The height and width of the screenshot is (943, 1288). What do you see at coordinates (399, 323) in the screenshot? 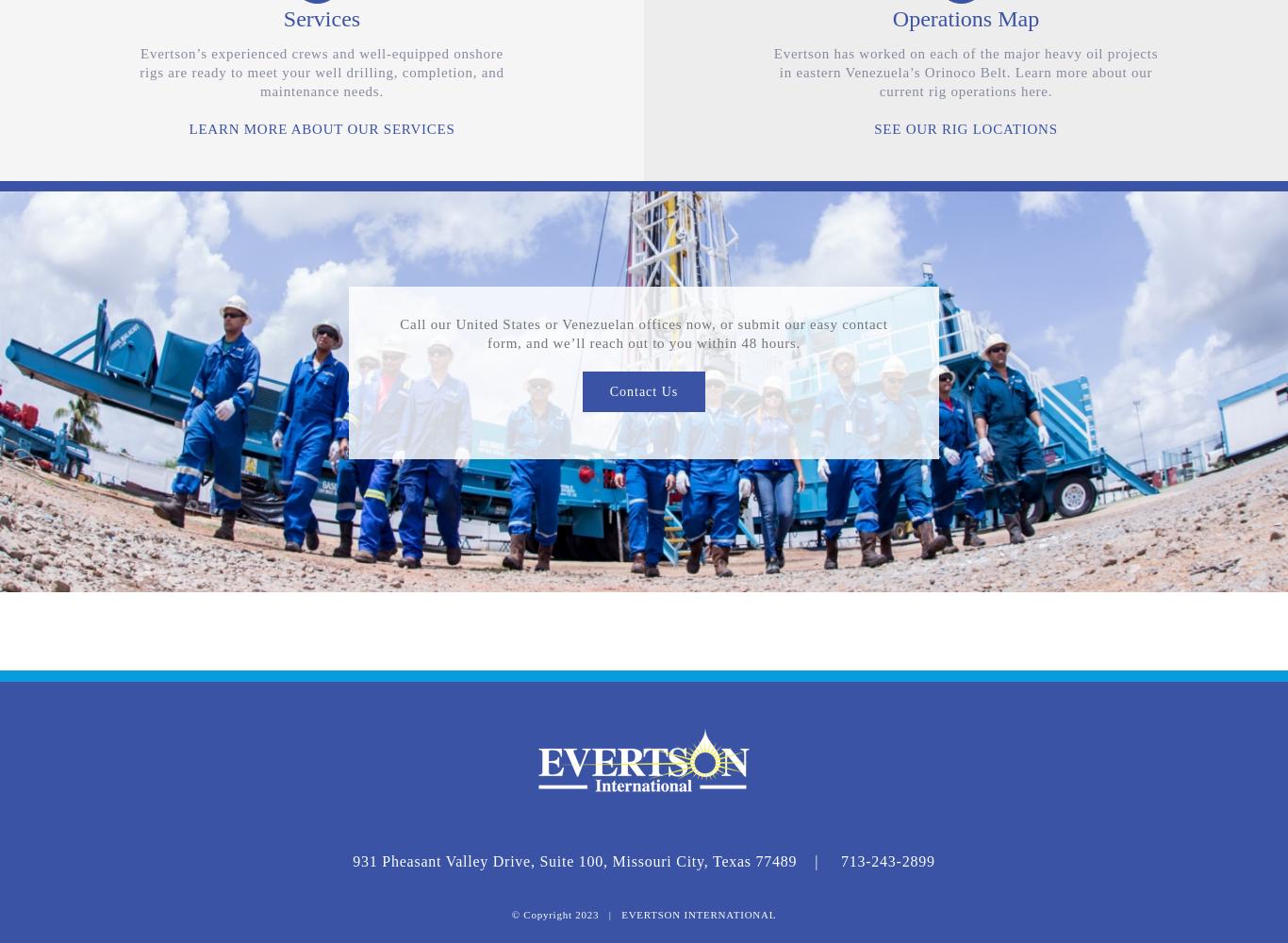
I see `'Call our United States or Venezuelan offices now,'` at bounding box center [399, 323].